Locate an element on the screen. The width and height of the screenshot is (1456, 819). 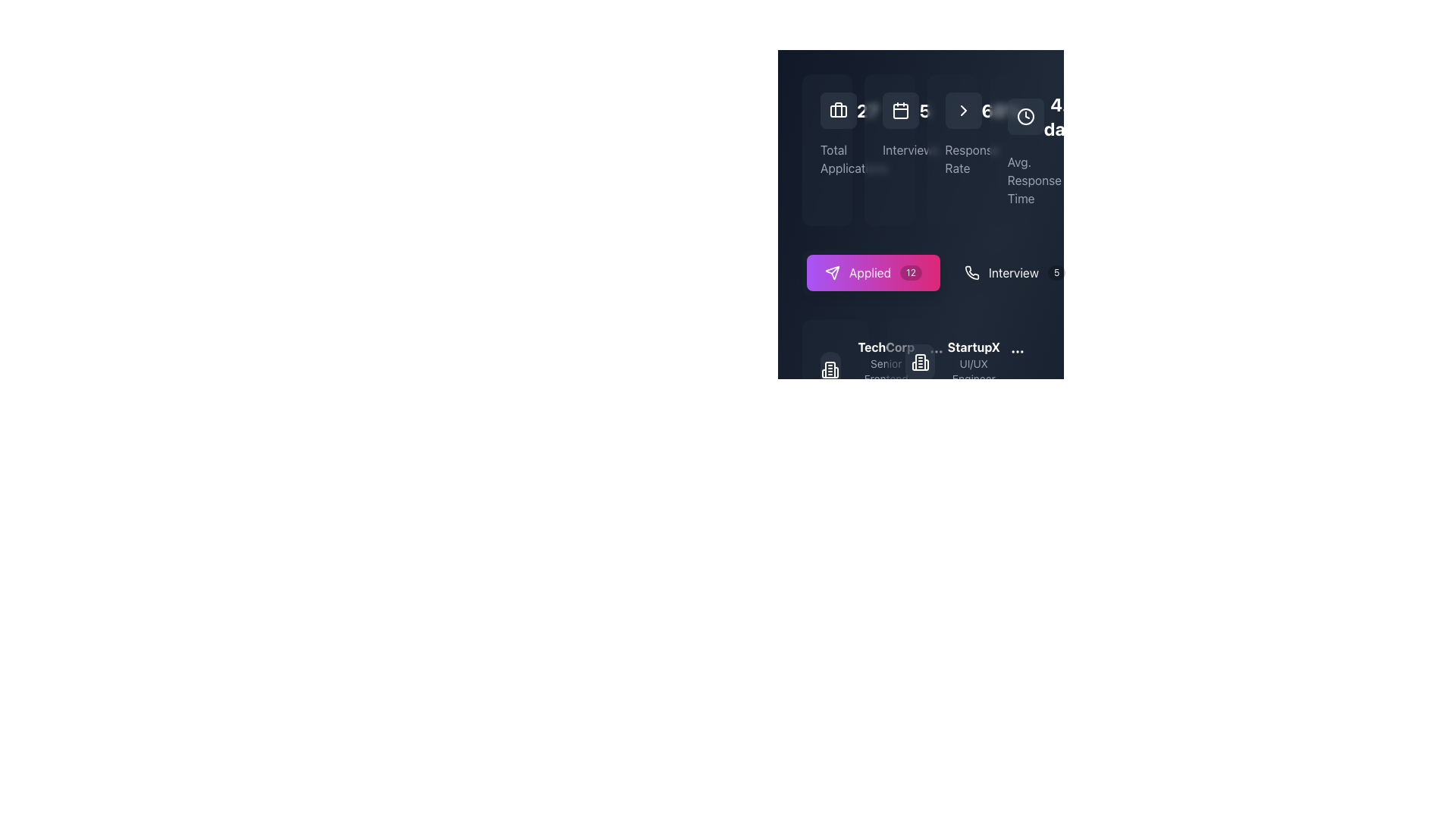
the text label that indicates the meaning of the numeric value '27', which represents the total number of applications, located within a dark gray card below the number is located at coordinates (827, 158).